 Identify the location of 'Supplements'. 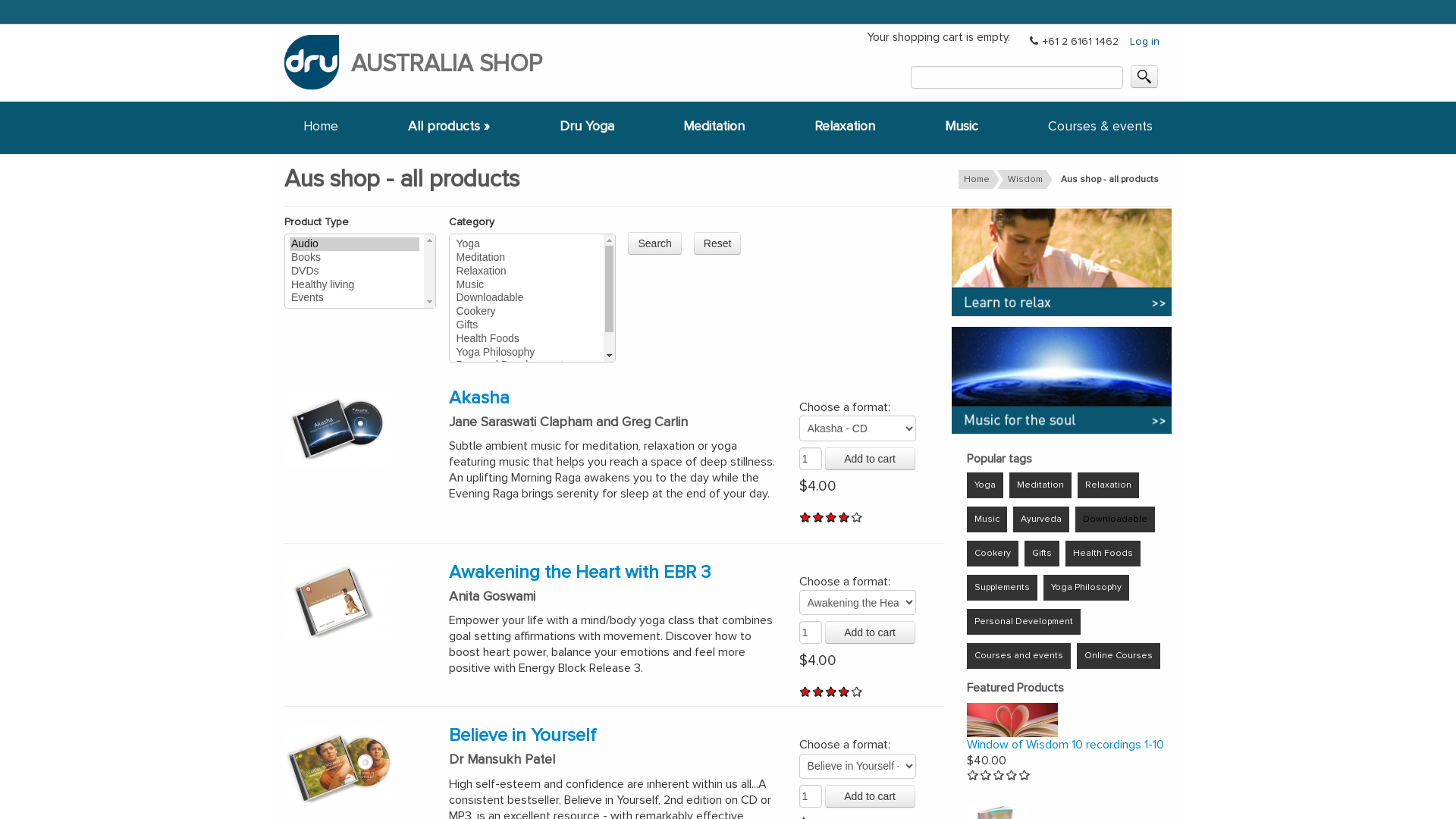
(966, 587).